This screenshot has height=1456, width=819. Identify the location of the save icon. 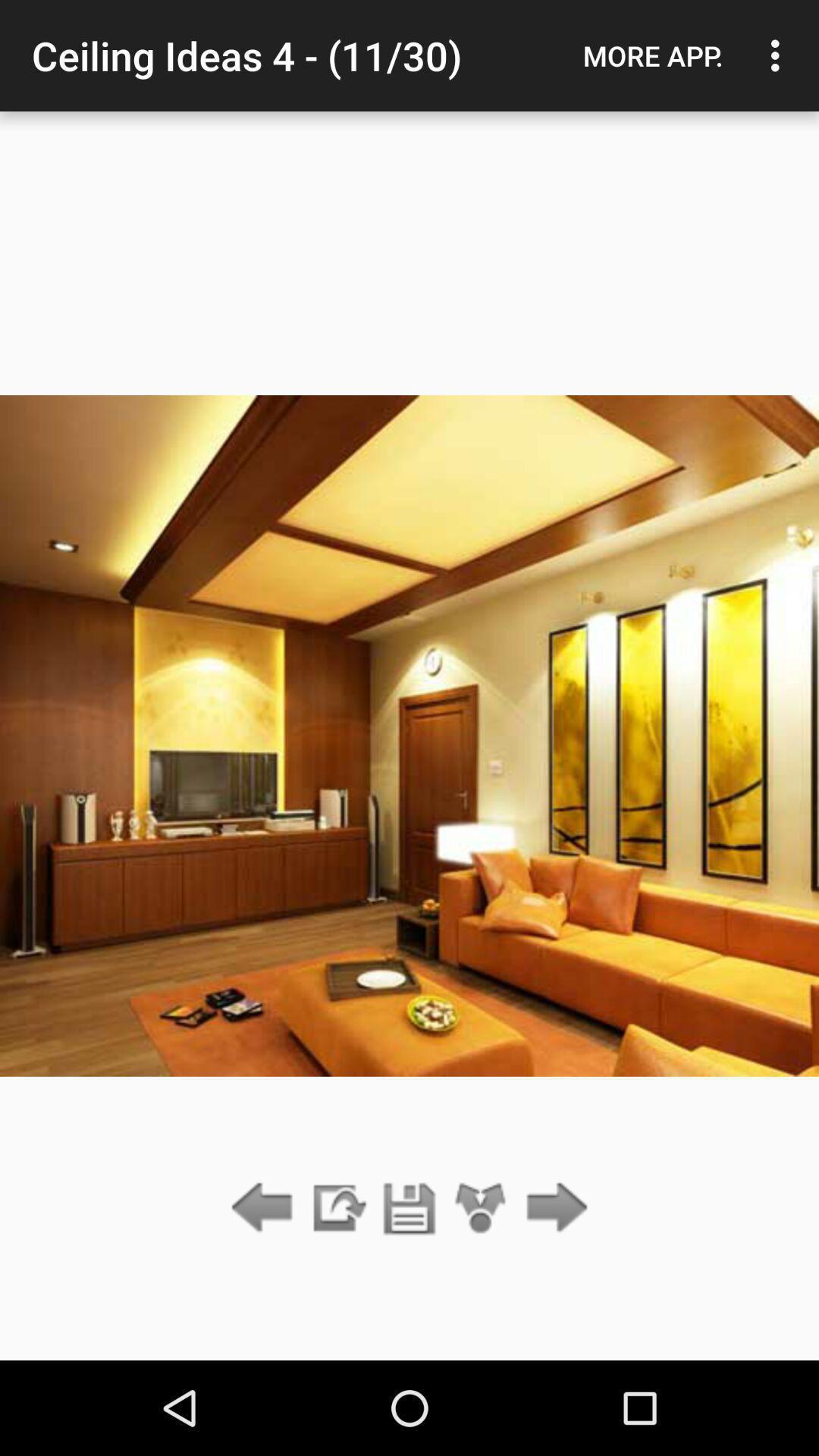
(409, 1208).